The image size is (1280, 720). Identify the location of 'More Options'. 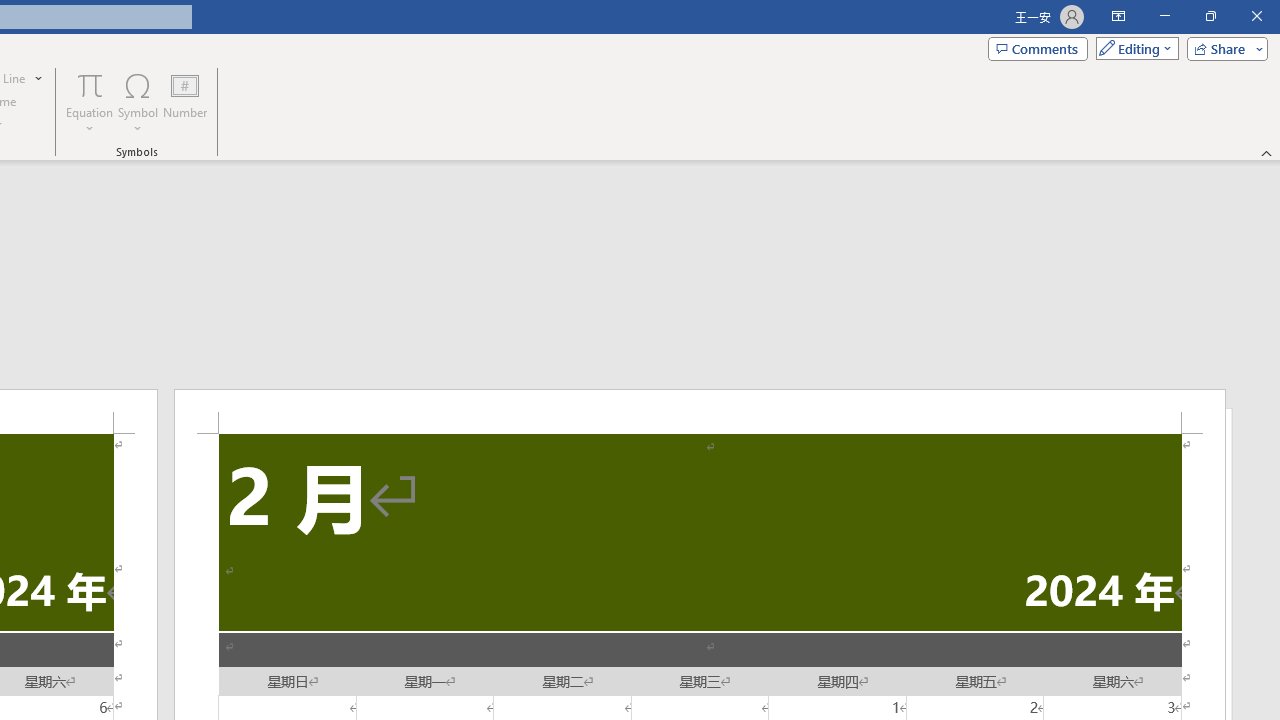
(89, 121).